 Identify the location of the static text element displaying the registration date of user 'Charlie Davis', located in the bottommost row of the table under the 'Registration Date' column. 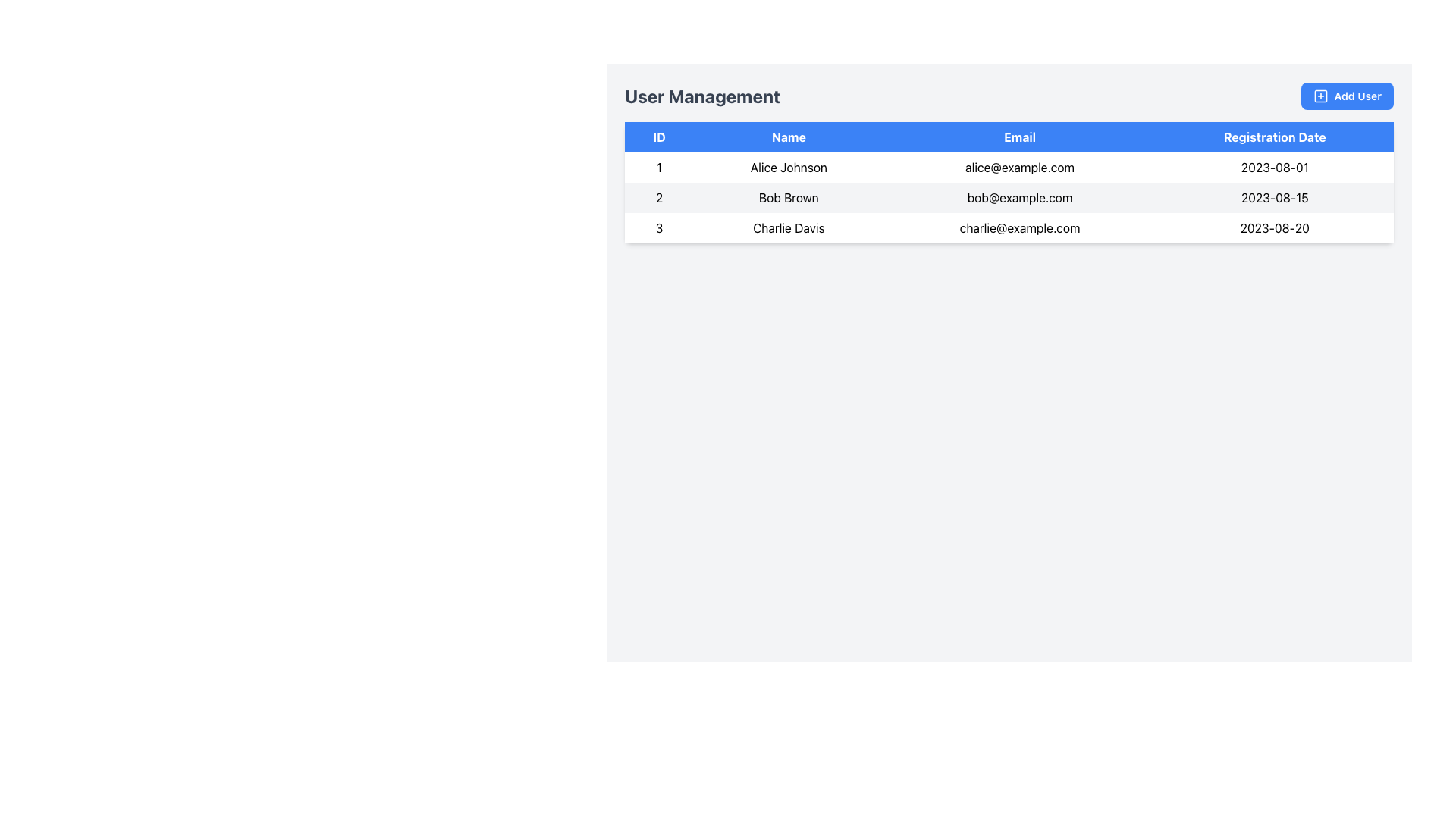
(1274, 227).